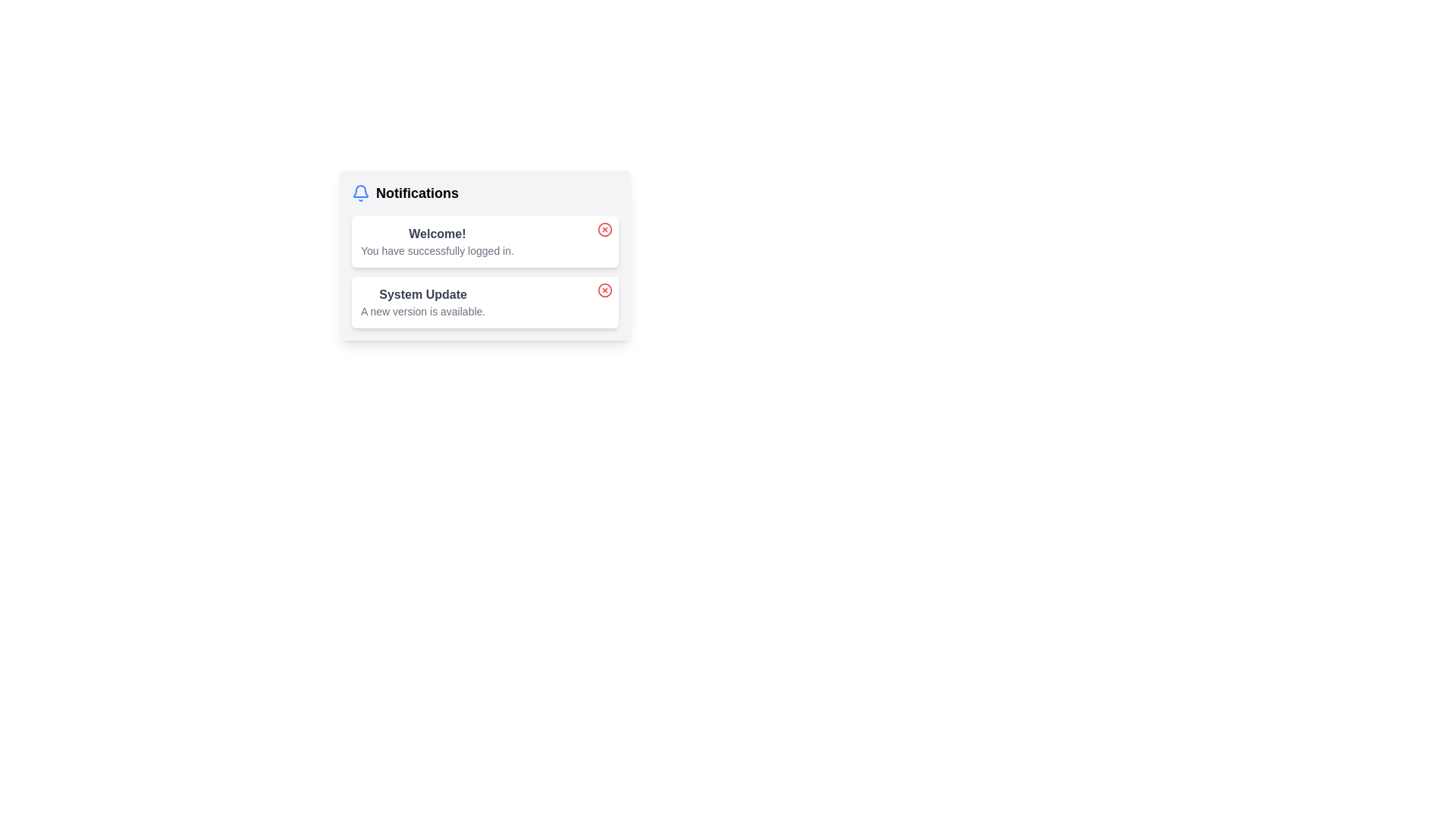  What do you see at coordinates (604, 290) in the screenshot?
I see `the 'X' icon used for closing or dismissing items in the notification list next to 'System Update'` at bounding box center [604, 290].